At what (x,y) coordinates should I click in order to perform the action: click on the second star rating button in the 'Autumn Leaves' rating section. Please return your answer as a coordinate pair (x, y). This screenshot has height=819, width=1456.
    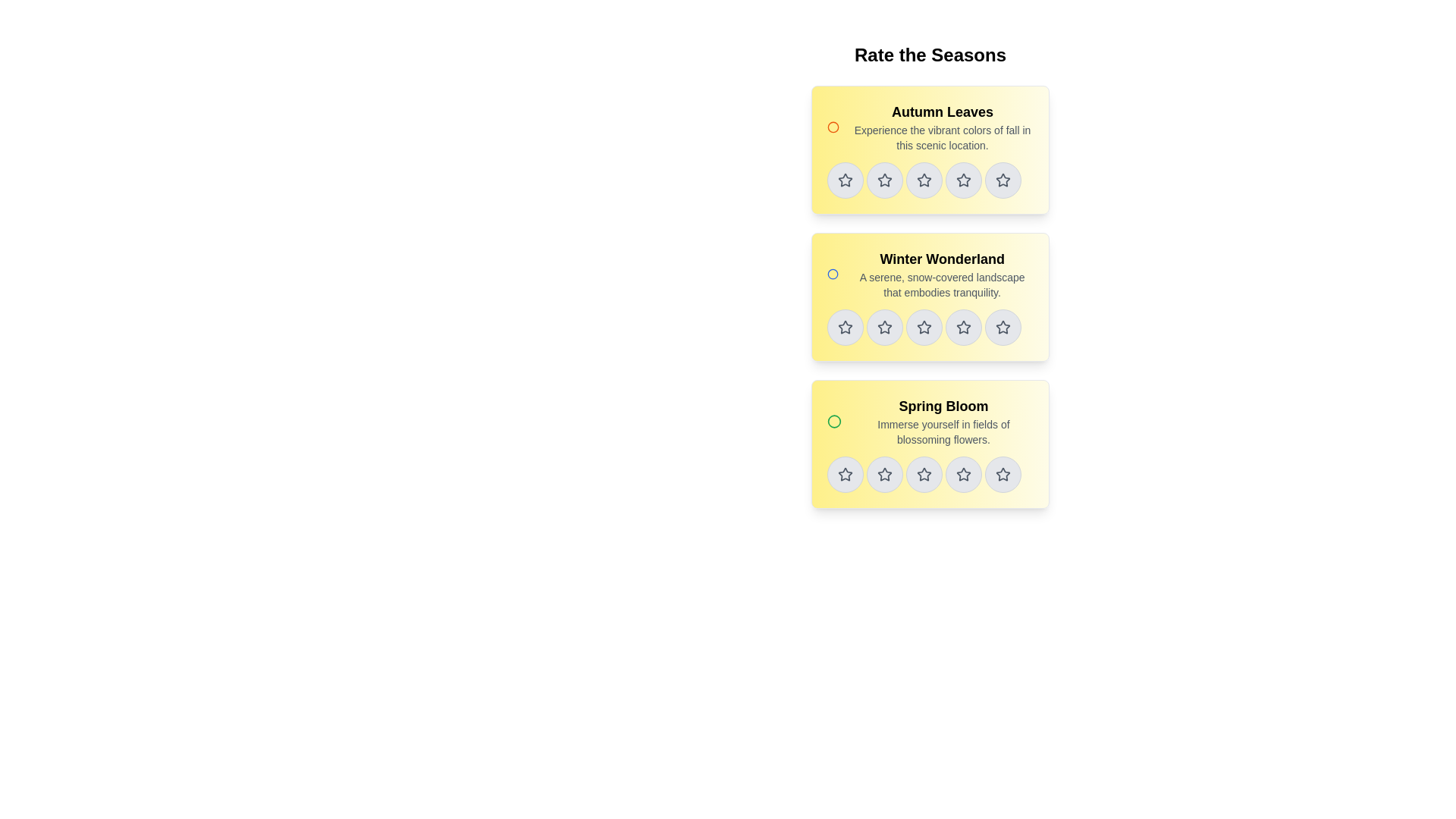
    Looking at the image, I should click on (884, 180).